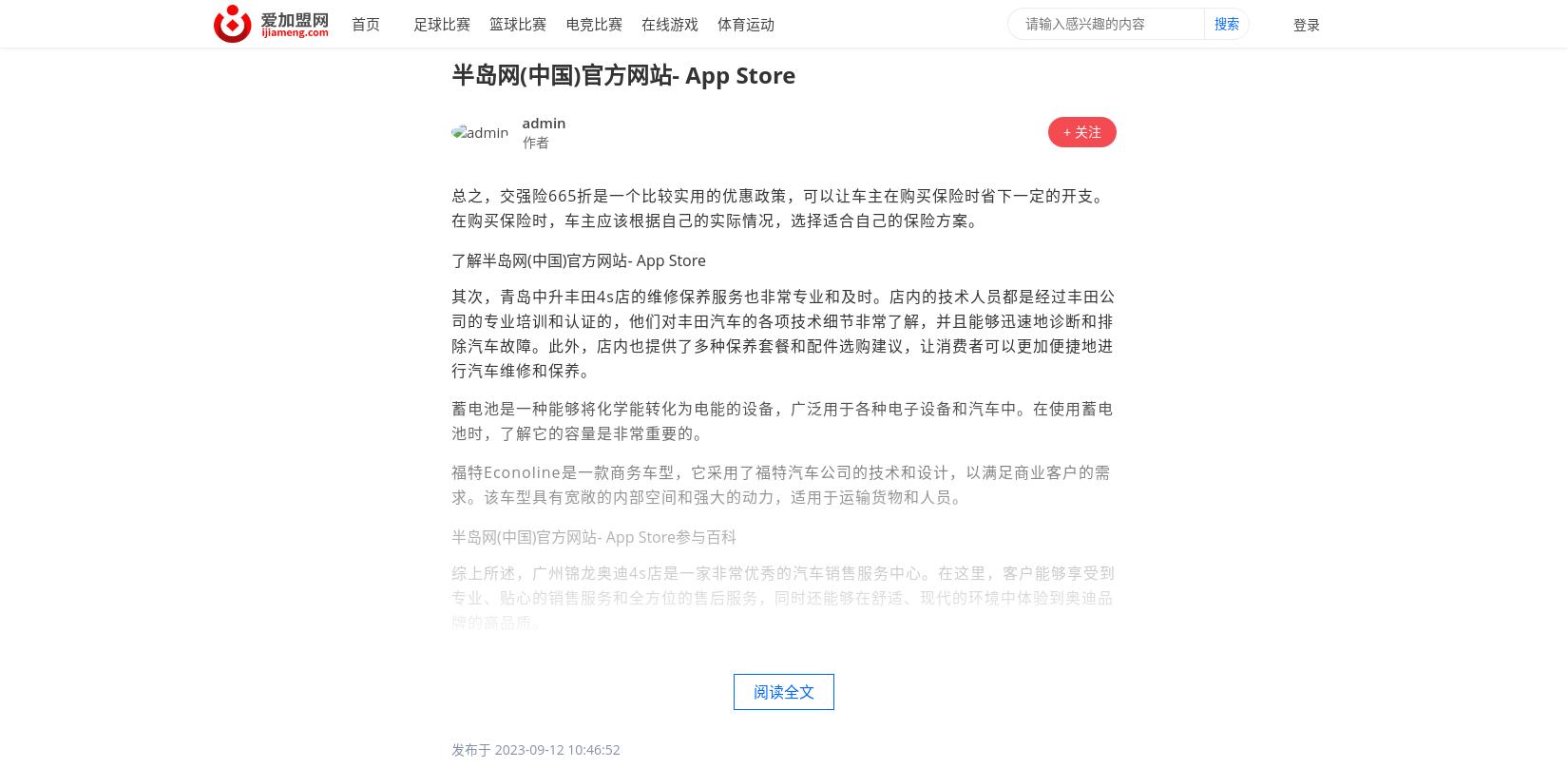  I want to click on '总体而言，吉利新远景2019款是一款性价比很高，动力表现优秀的经济型轿车。它的外观设计时尚、内饰豪华，提供了优秀的驾驶体验。在燃油经济性和安全性方面也表现出色。相信这款车型将会在市场上取得不错的销售成绩。', so click(450, 683).